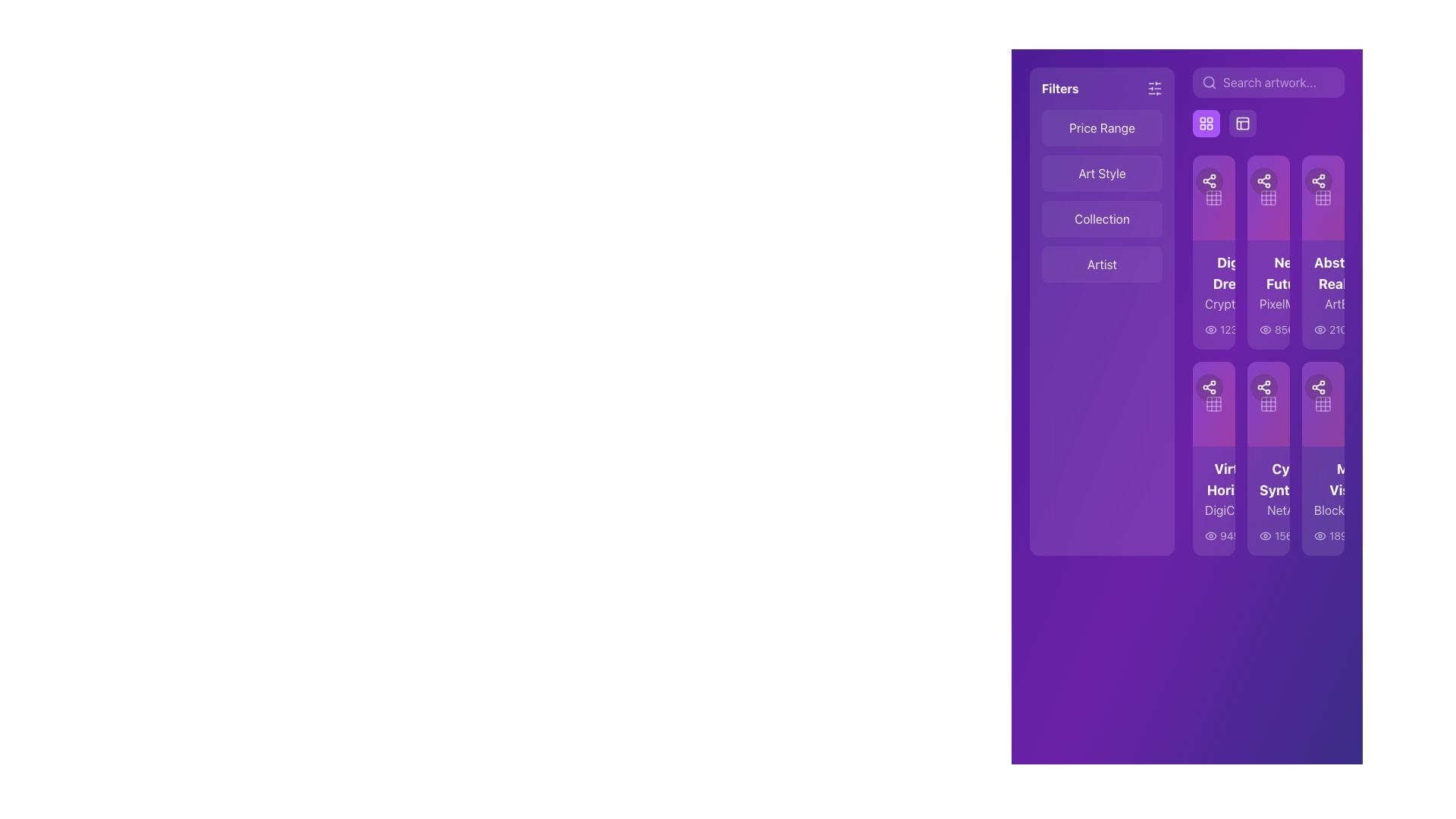 This screenshot has height=819, width=1456. Describe the element at coordinates (1273, 535) in the screenshot. I see `the interactive information button located at the bottom right corner of the fourth card in the second row of the grid layout` at that location.